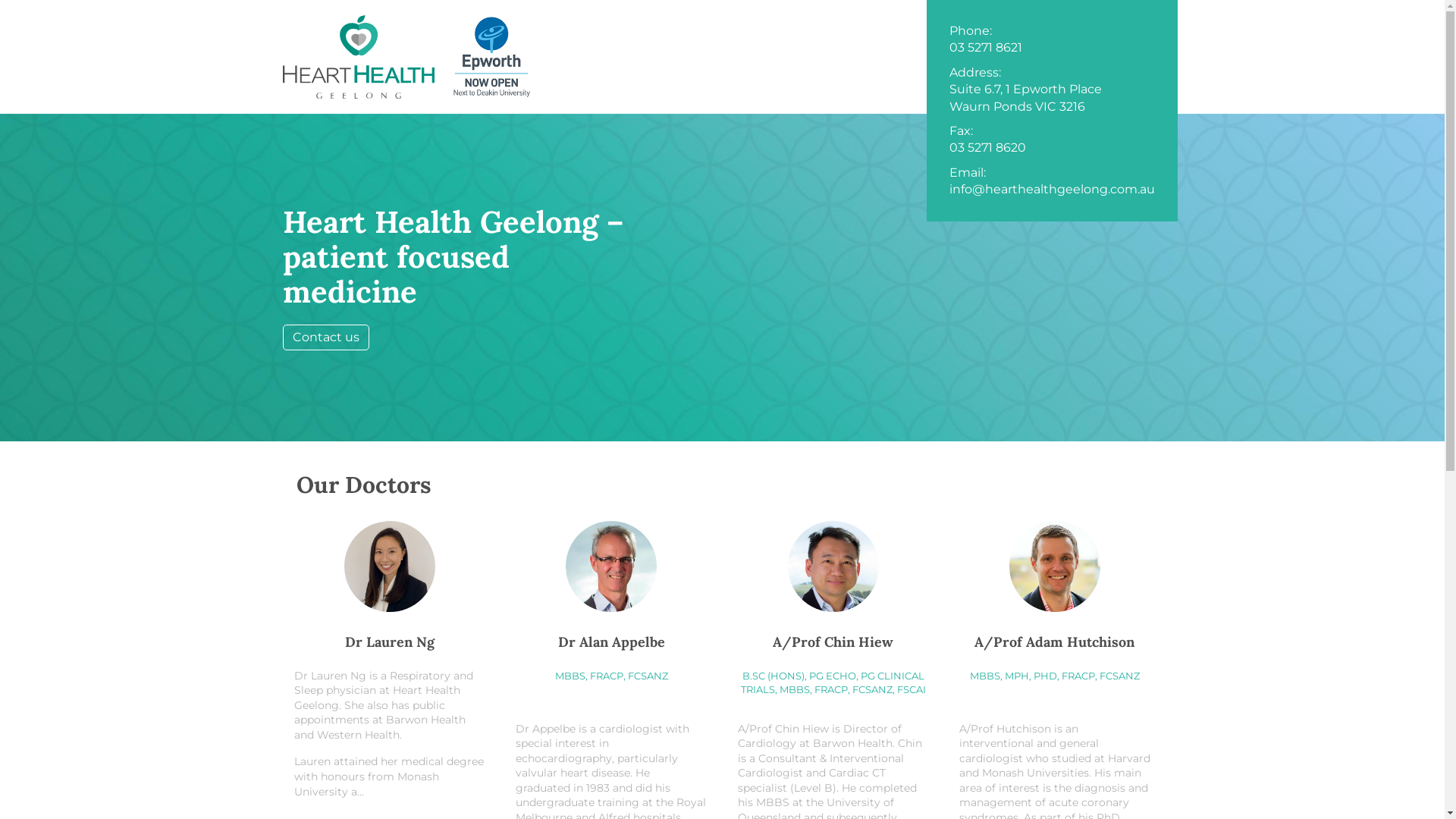 Image resolution: width=1456 pixels, height=819 pixels. I want to click on 'Contact us', so click(324, 336).